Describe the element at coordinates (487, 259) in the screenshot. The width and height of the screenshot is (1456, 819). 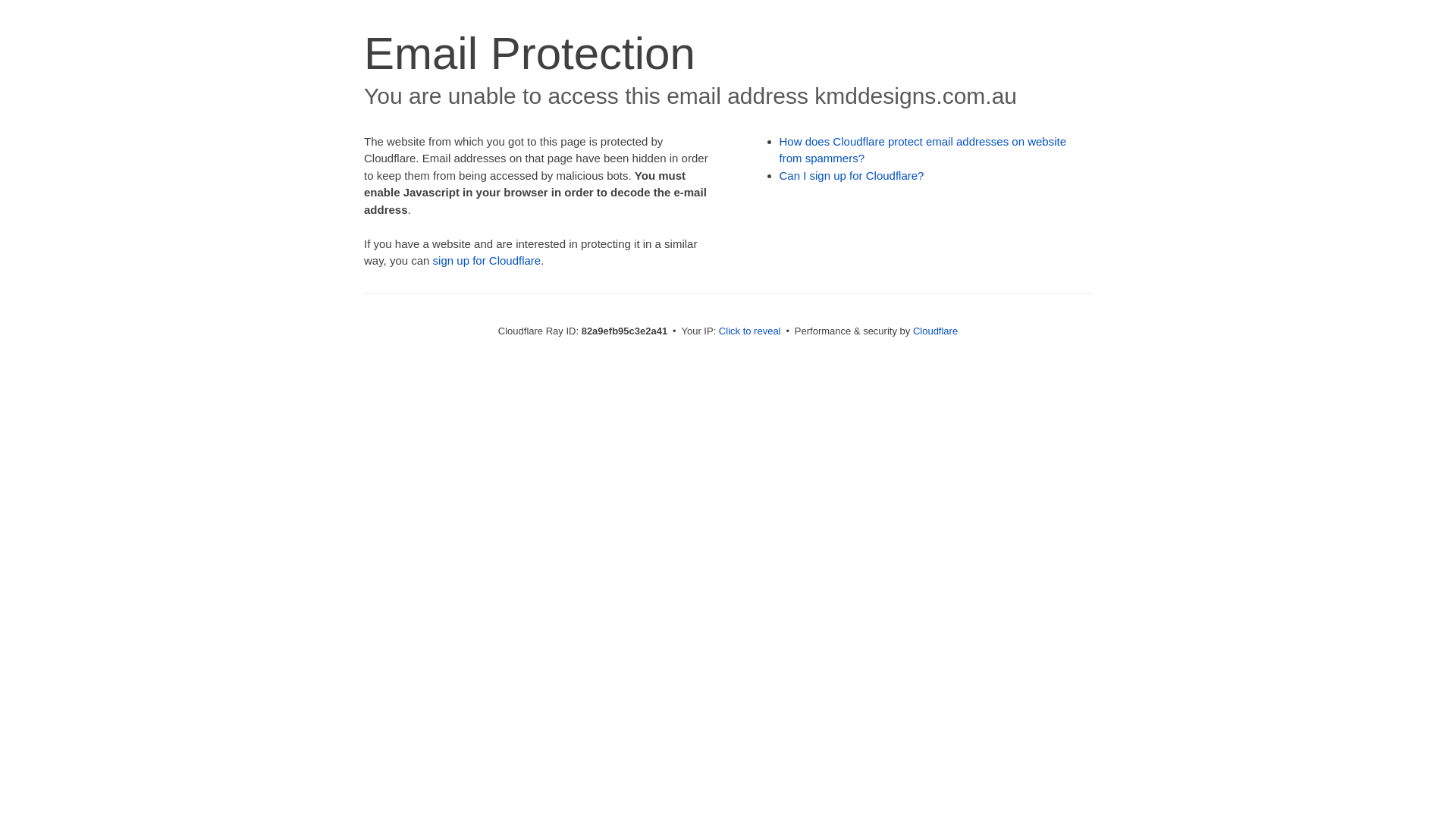
I see `'sign up for Cloudflare'` at that location.